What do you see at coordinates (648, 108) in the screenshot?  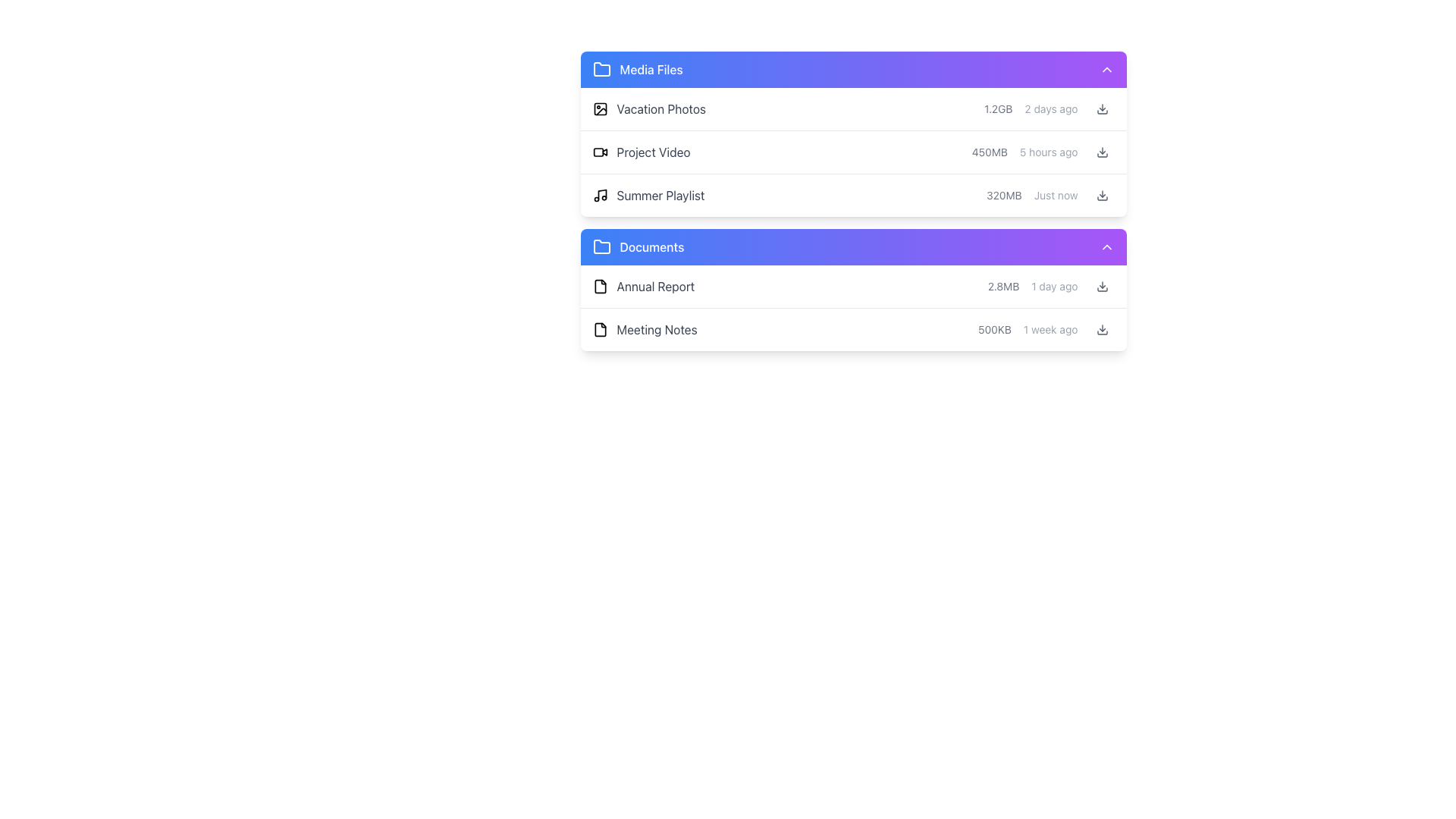 I see `the 'Vacation Photos' label with icon, which is the first item under the 'Media Files' section` at bounding box center [648, 108].